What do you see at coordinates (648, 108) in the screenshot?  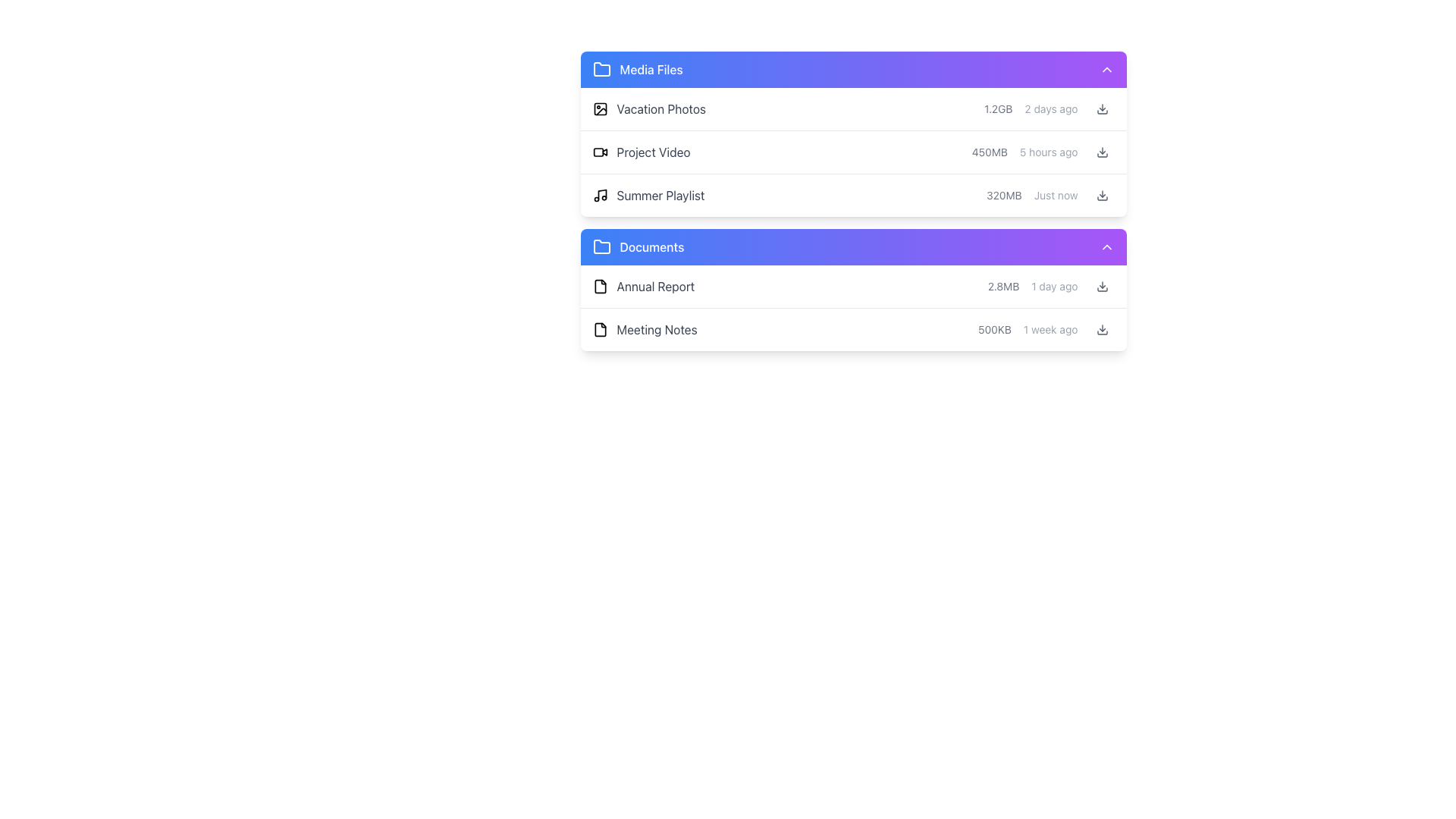 I see `the 'Vacation Photos' label with icon, which is the first item under the 'Media Files' section` at bounding box center [648, 108].